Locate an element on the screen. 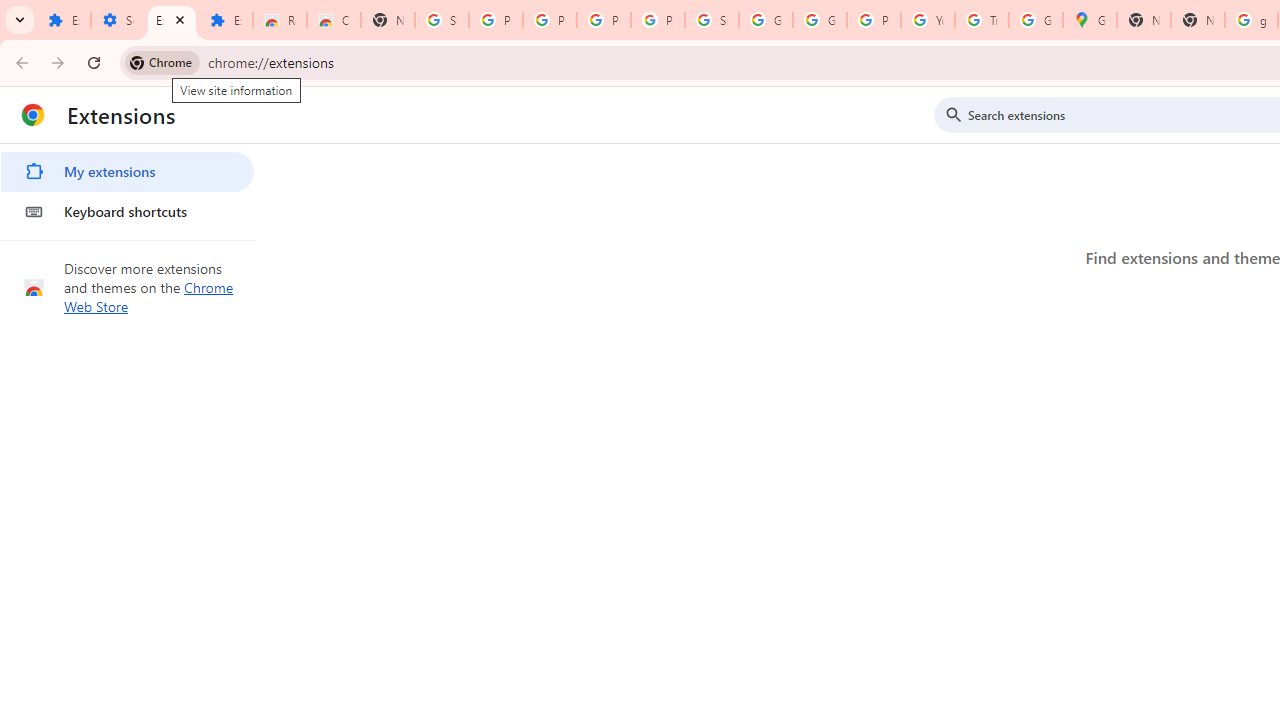 The image size is (1280, 720). 'My extensions' is located at coordinates (126, 171).